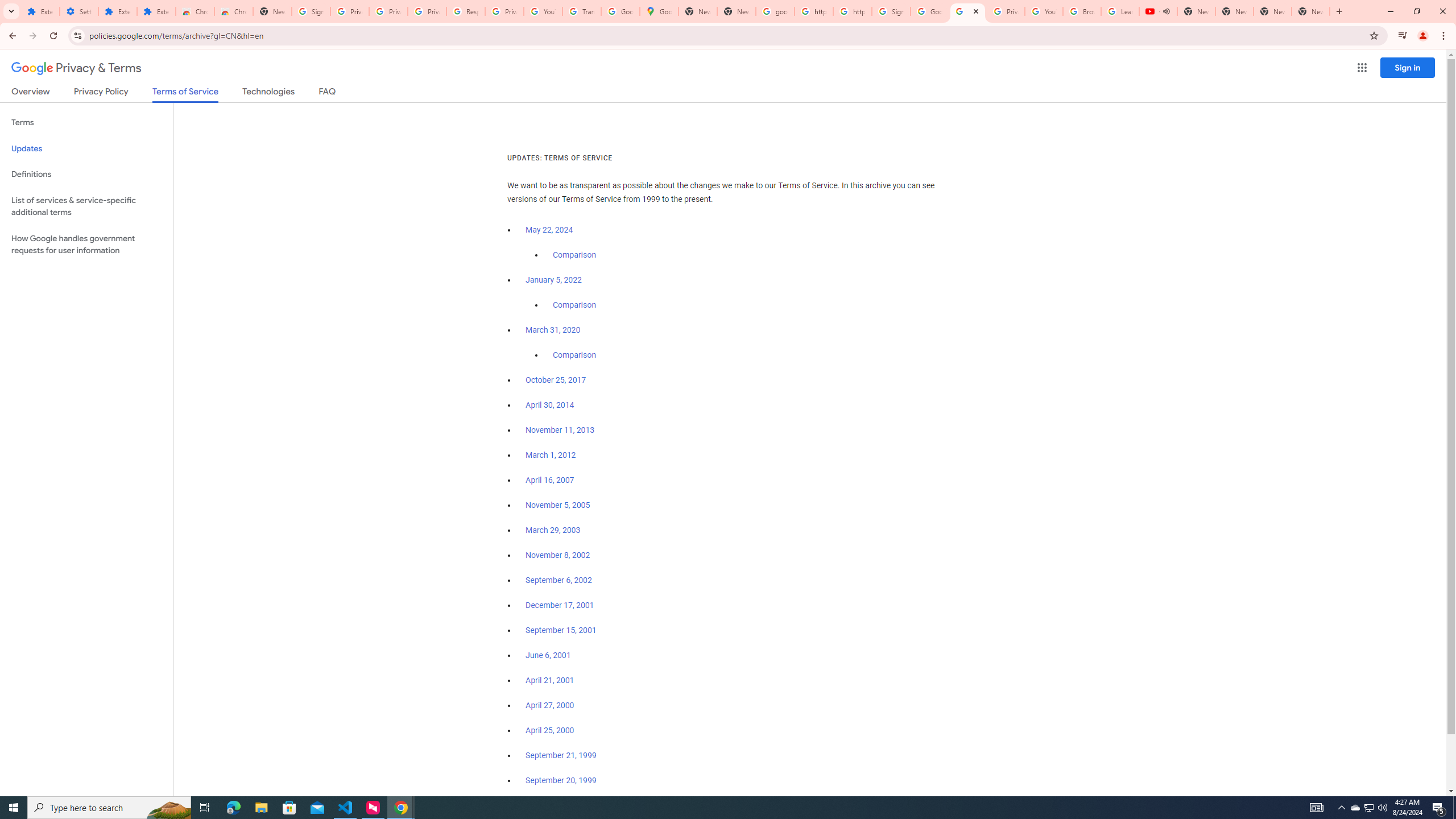 The image size is (1456, 819). I want to click on 'December 17, 2001', so click(559, 605).